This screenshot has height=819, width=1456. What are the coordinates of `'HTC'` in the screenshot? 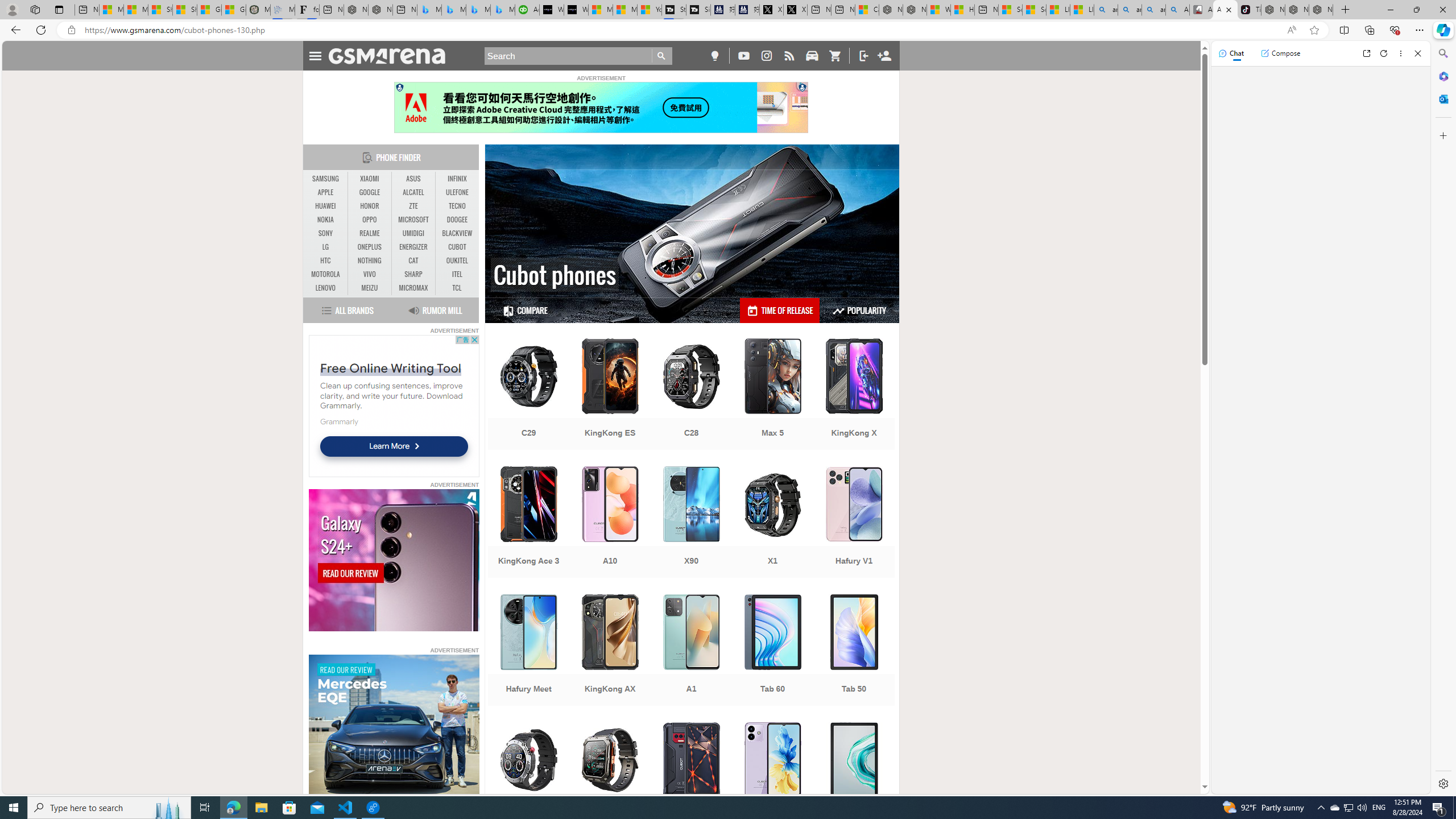 It's located at (325, 261).